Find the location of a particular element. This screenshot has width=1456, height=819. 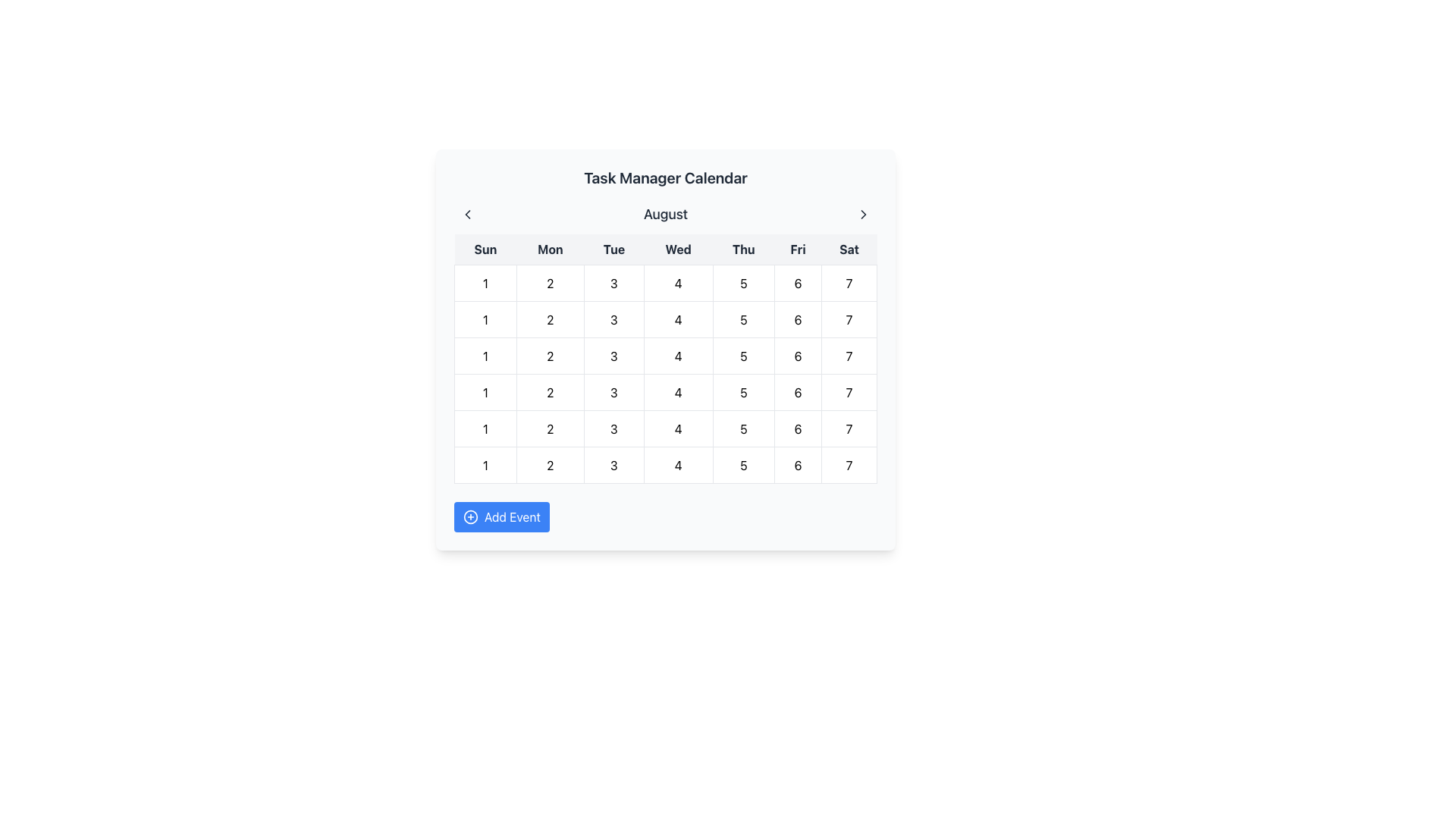

to select the date represented by the text label indicating the 4th day of the month in the calendar's first row and fourth column is located at coordinates (677, 356).